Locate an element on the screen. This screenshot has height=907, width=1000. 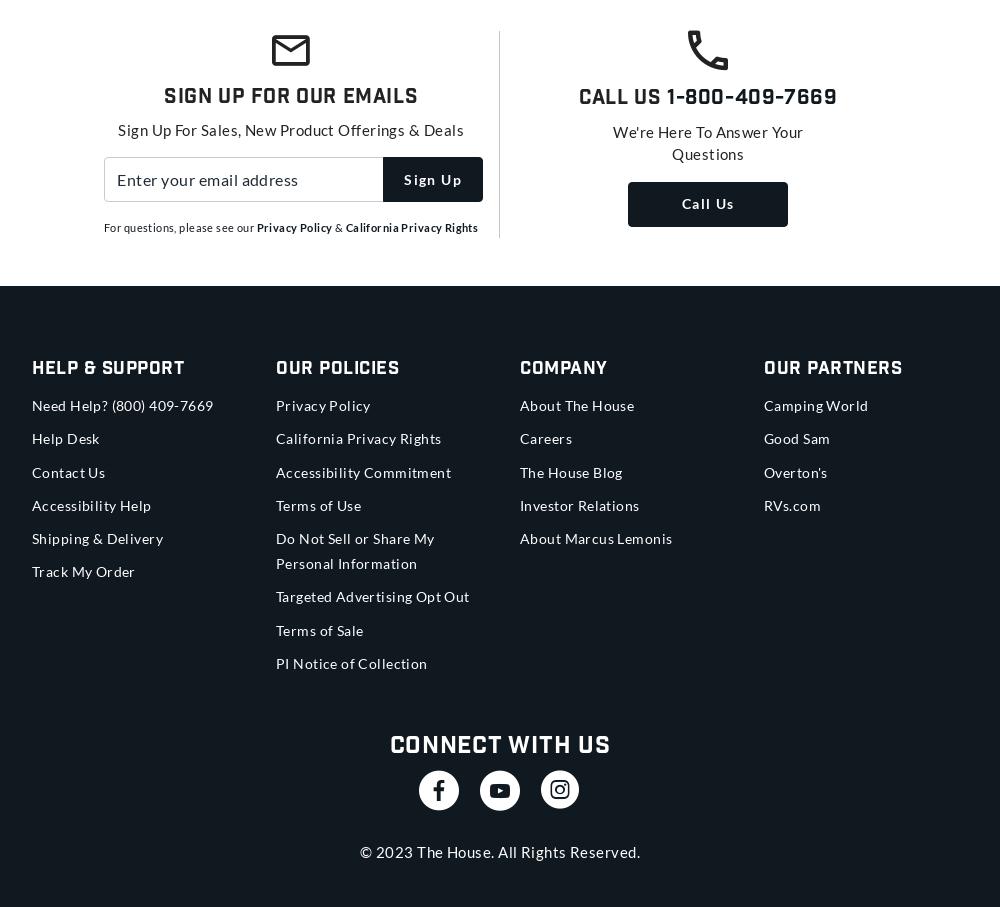
'Accessibility Commitment' is located at coordinates (362, 471).